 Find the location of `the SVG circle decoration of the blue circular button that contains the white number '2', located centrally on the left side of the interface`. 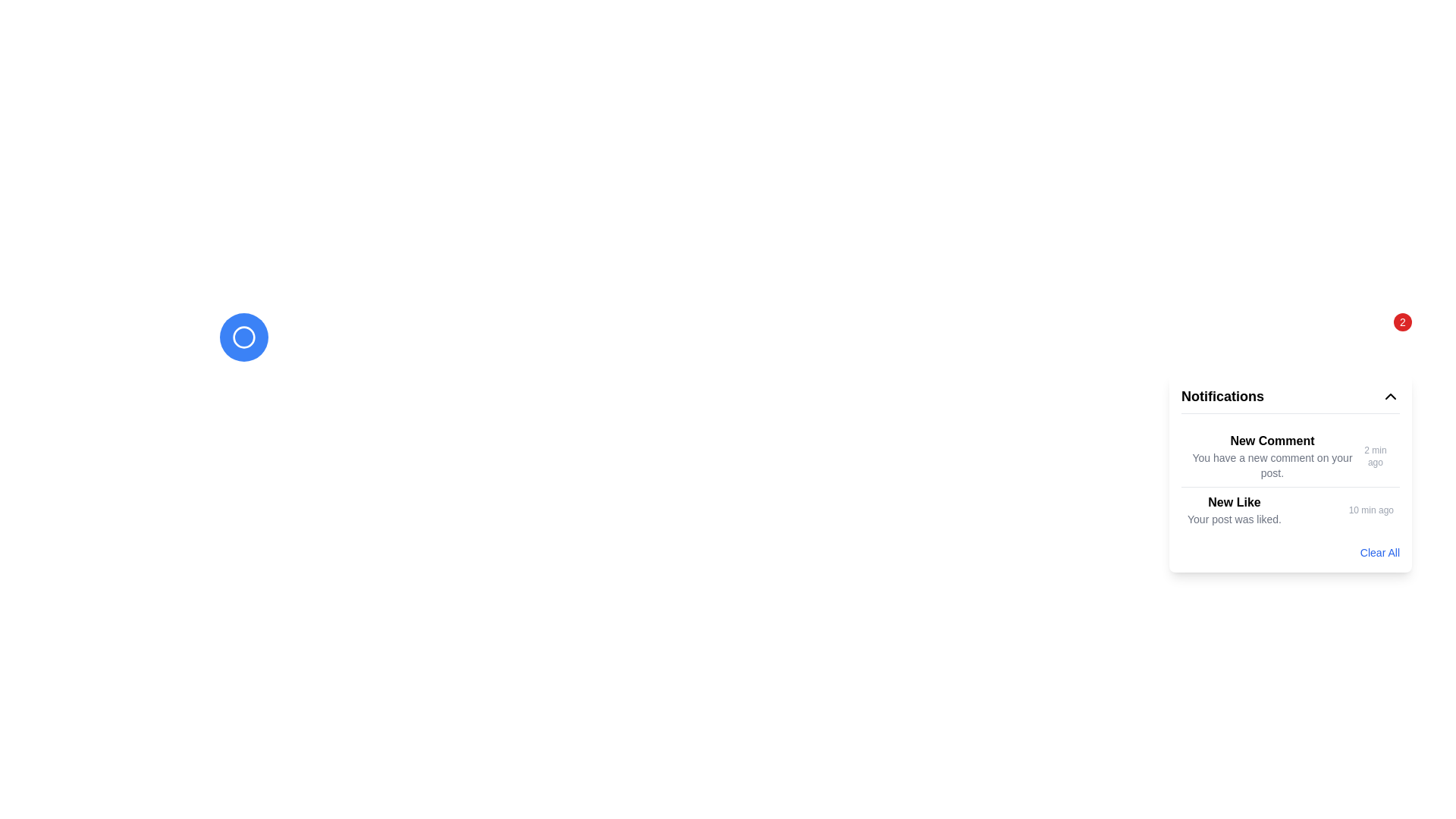

the SVG circle decoration of the blue circular button that contains the white number '2', located centrally on the left side of the interface is located at coordinates (243, 336).